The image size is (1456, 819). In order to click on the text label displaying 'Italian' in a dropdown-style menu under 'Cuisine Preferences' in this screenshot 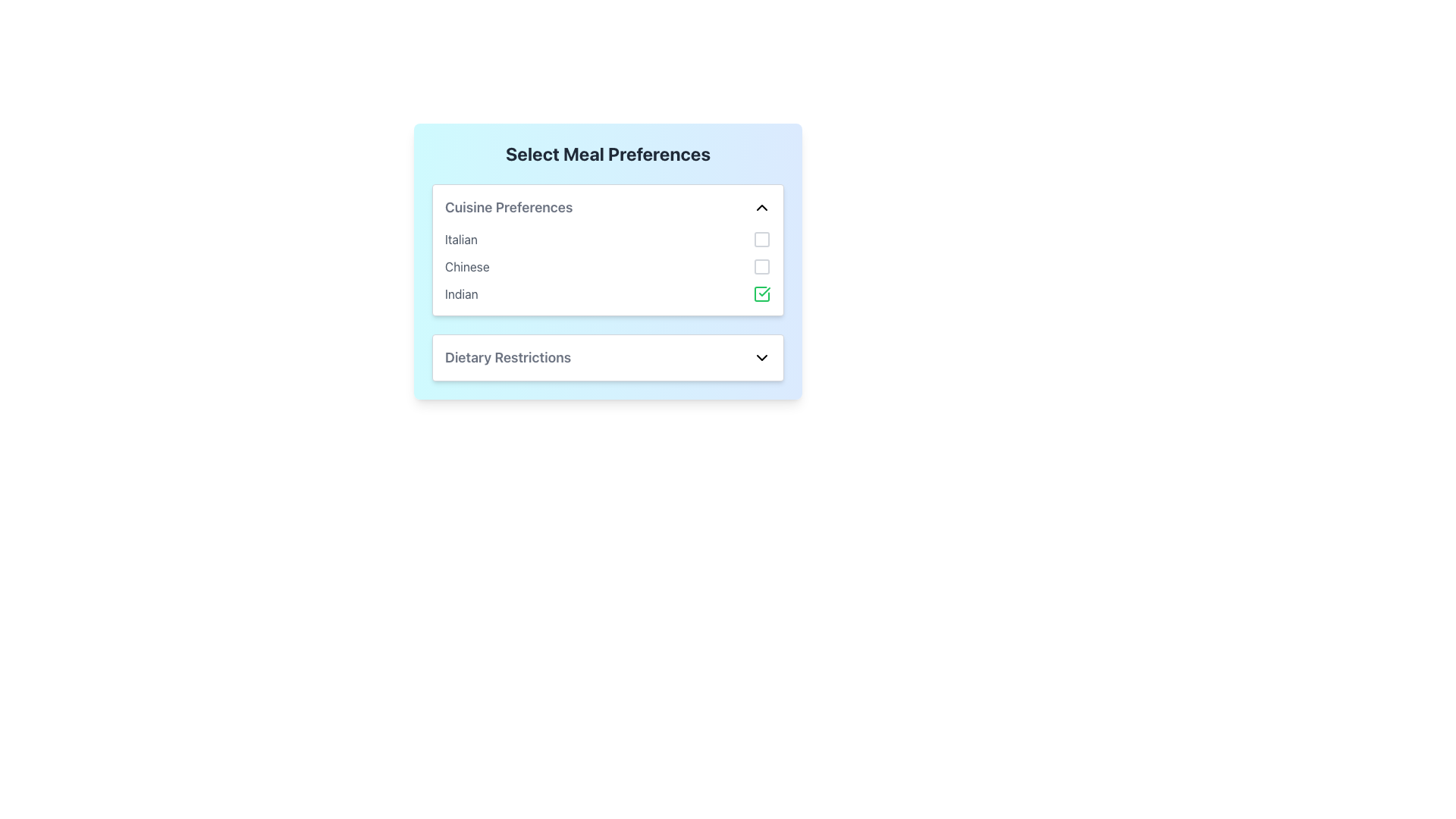, I will do `click(460, 239)`.